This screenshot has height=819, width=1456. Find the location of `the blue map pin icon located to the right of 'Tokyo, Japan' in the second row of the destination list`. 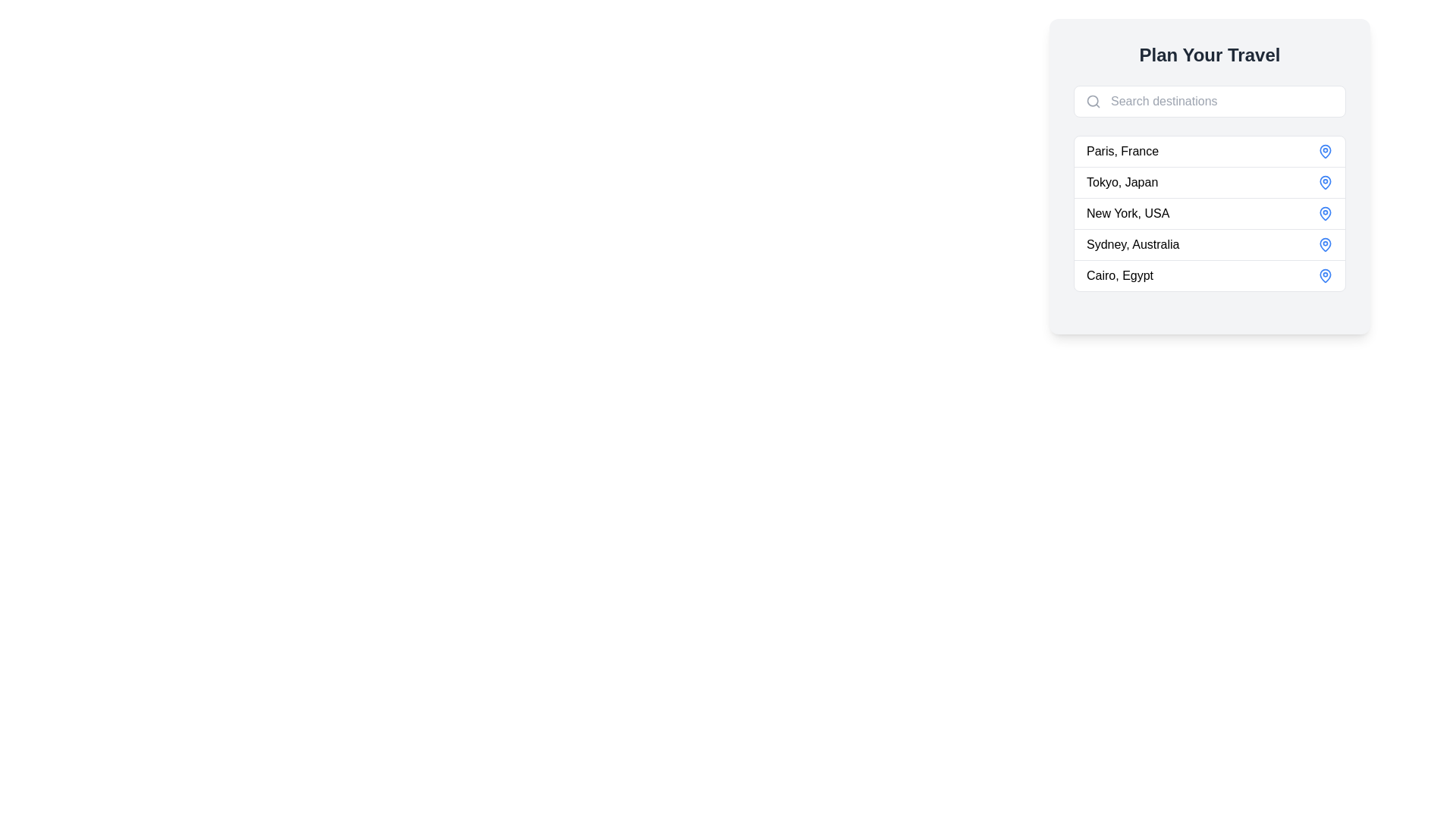

the blue map pin icon located to the right of 'Tokyo, Japan' in the second row of the destination list is located at coordinates (1324, 180).